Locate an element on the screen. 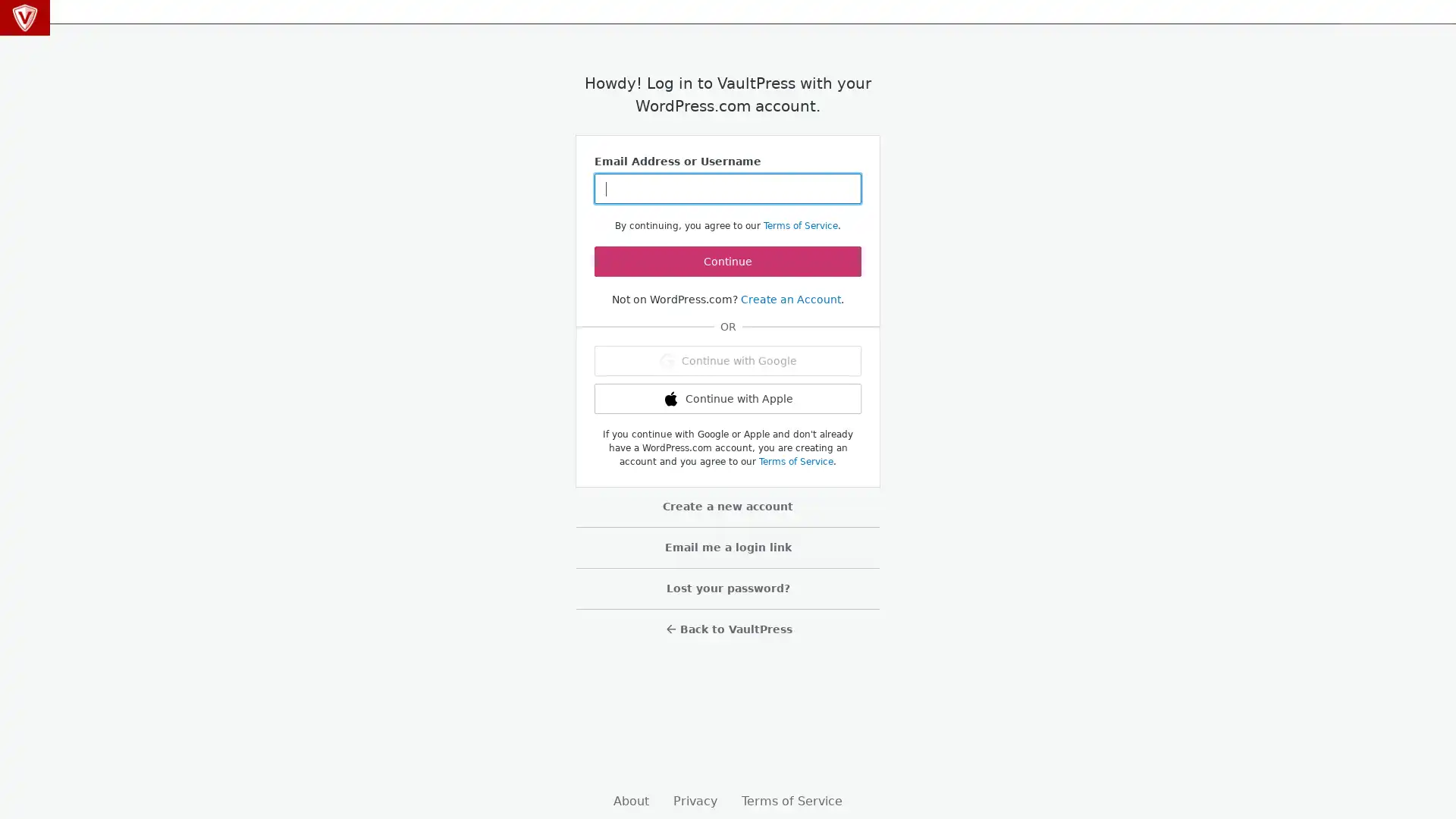  Continue with Apple is located at coordinates (728, 397).